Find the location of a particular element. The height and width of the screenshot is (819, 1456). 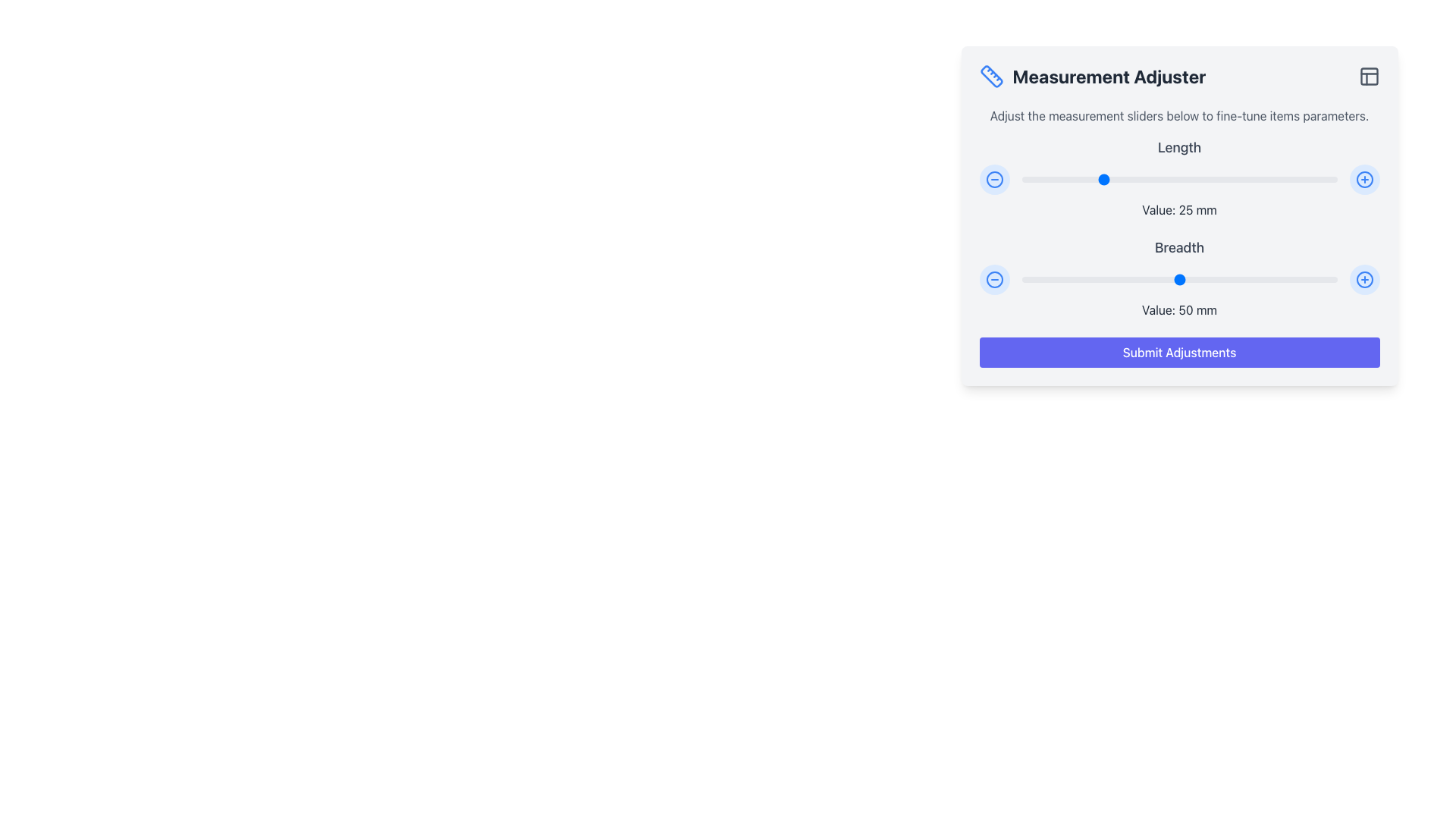

the Header section of the measurement adjustment interface, which serves as the title bar for the adjustment sliders is located at coordinates (1178, 76).